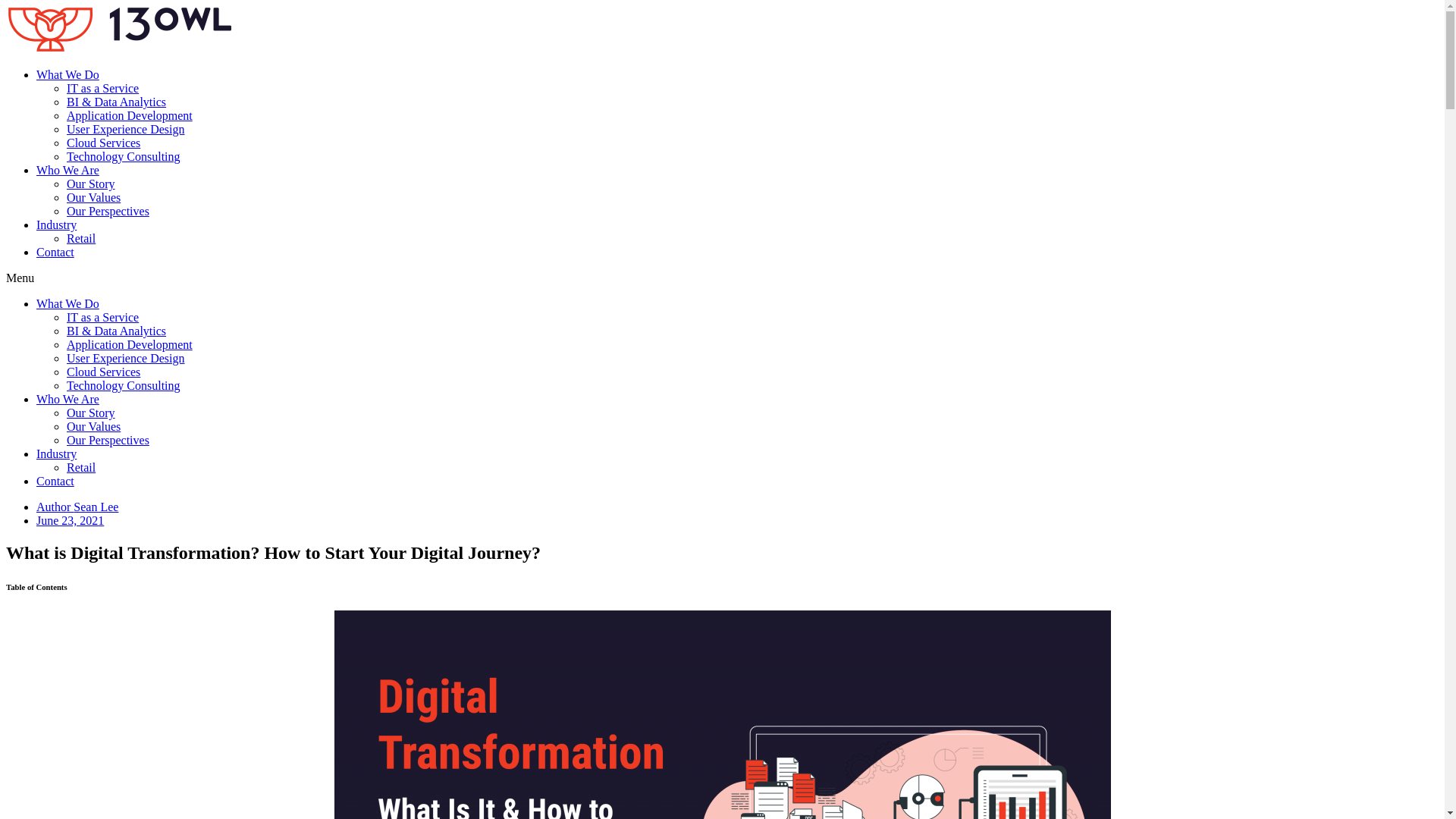  I want to click on 'Industry', so click(56, 453).